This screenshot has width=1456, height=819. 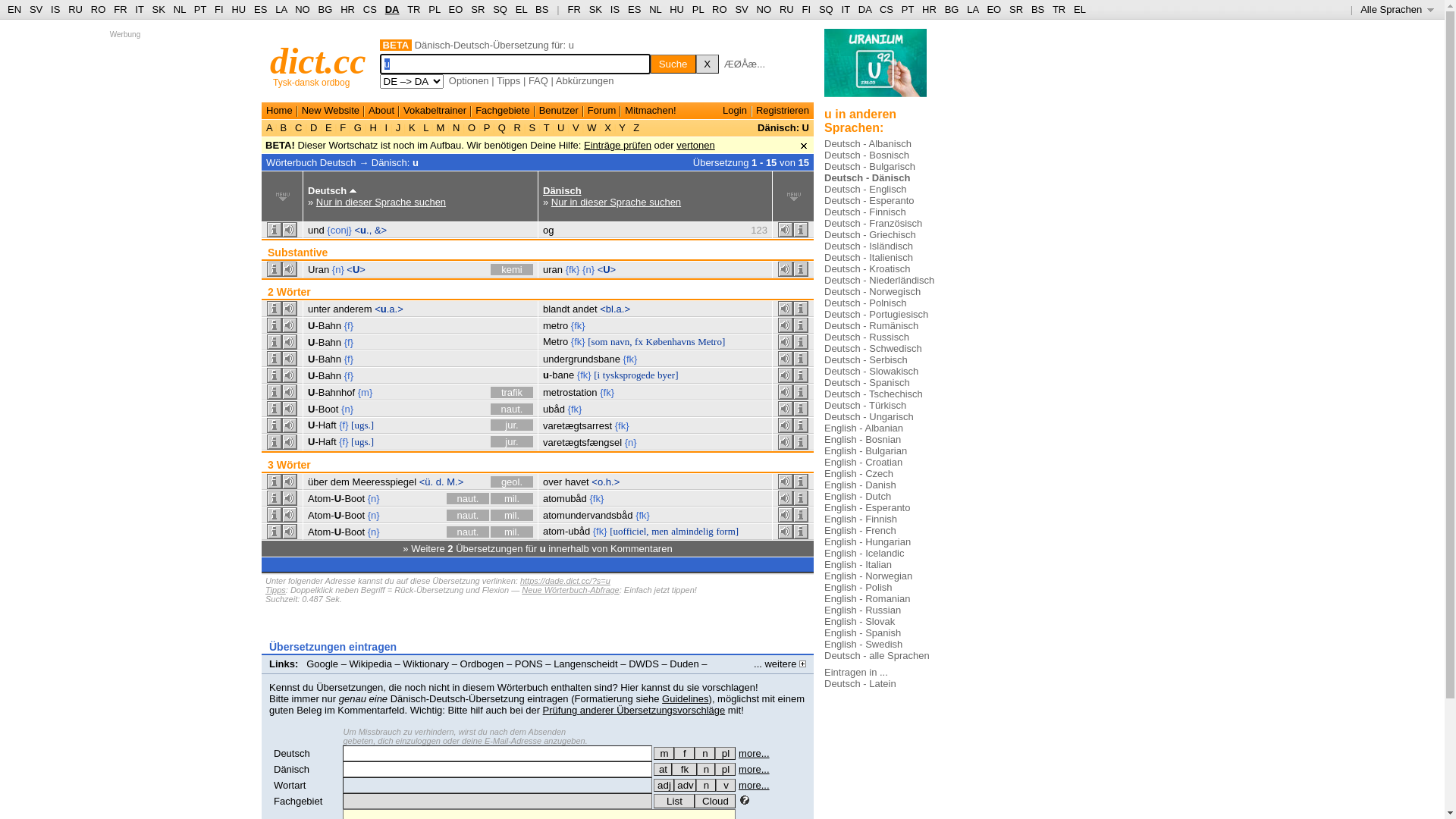 What do you see at coordinates (342, 127) in the screenshot?
I see `'F'` at bounding box center [342, 127].